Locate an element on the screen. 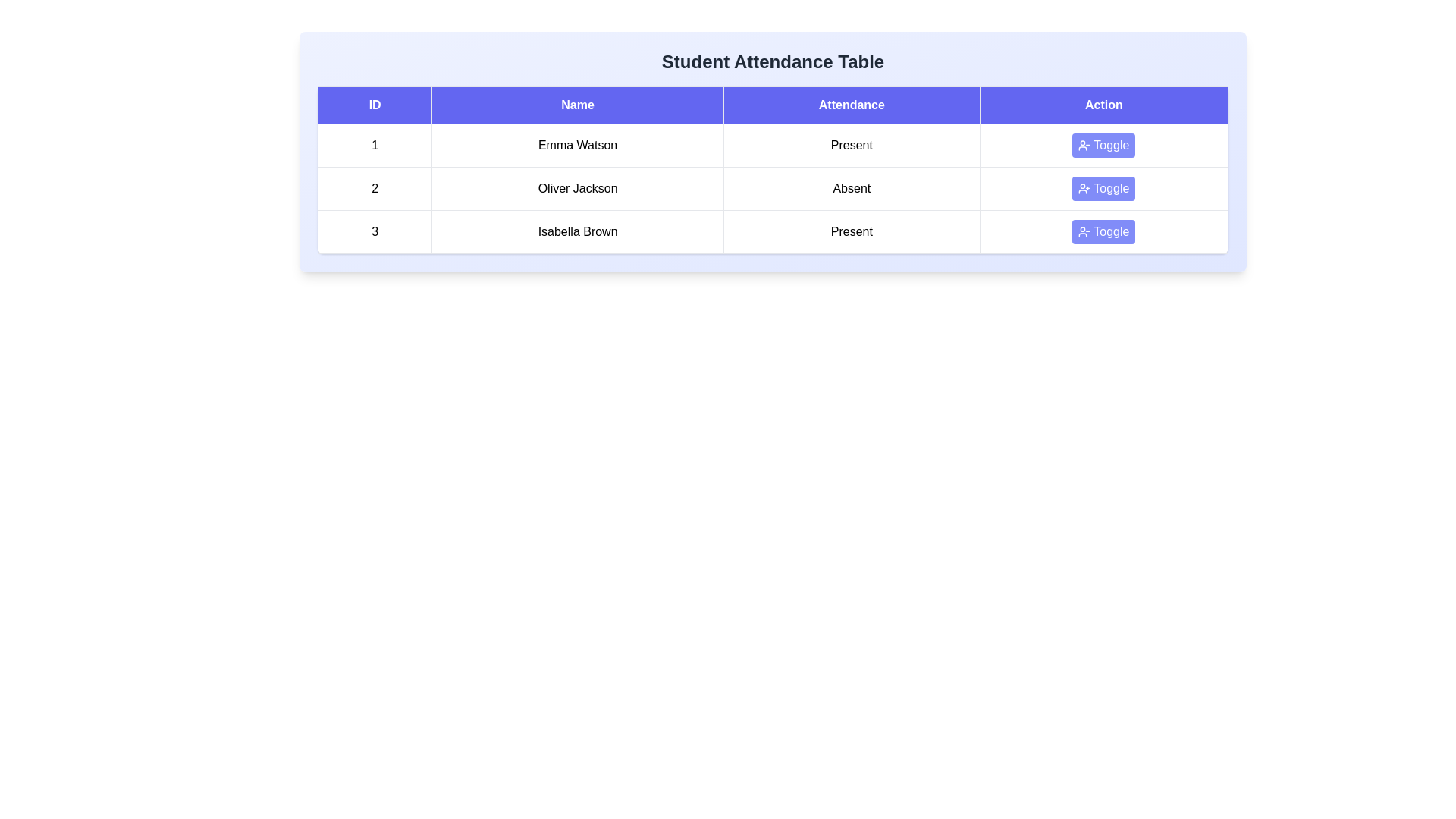 This screenshot has width=1456, height=819. the Table Header Cell that serves as the header for the 'Name' column, located between the 'ID' and 'Attendance' cells is located at coordinates (577, 104).